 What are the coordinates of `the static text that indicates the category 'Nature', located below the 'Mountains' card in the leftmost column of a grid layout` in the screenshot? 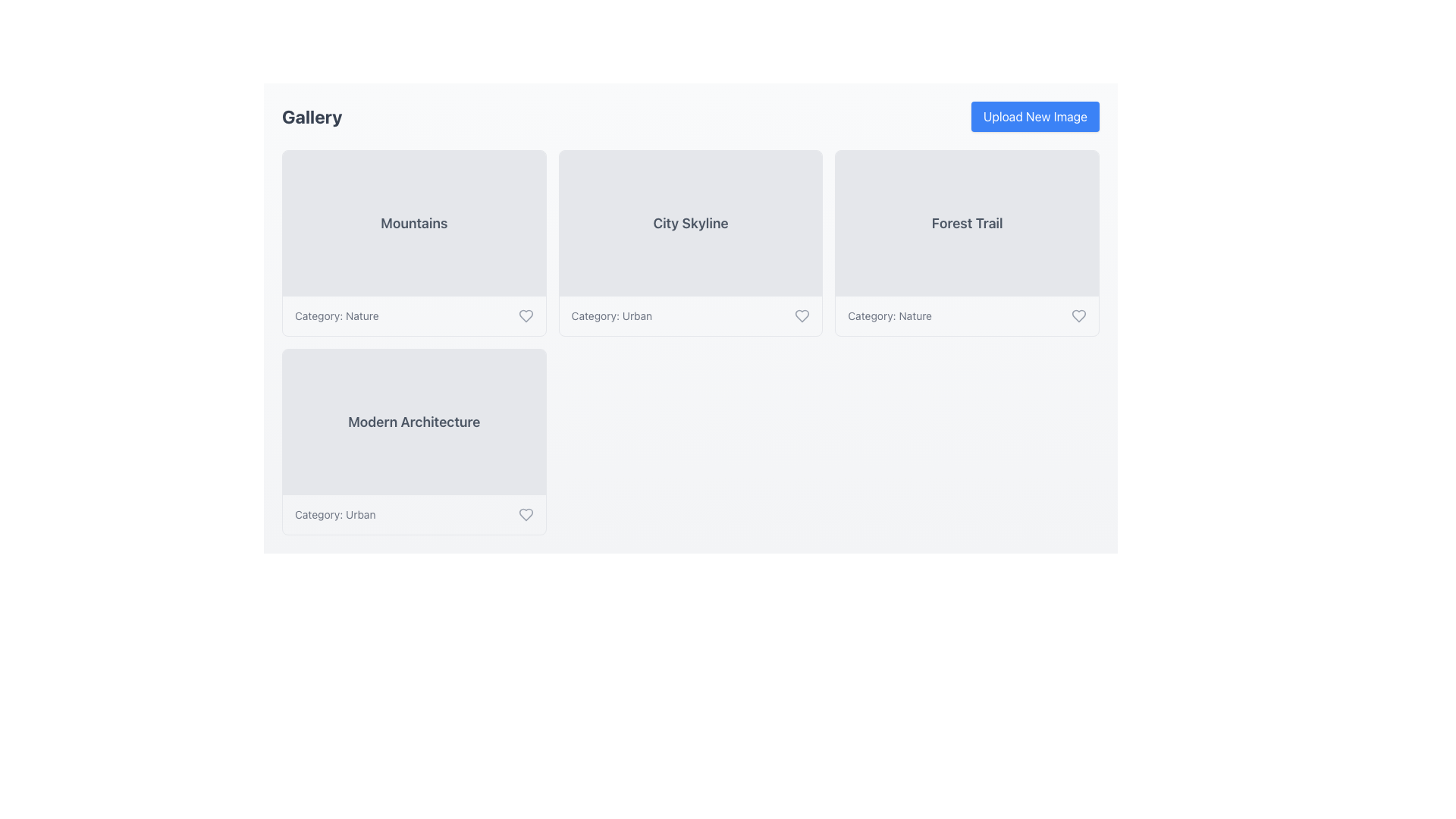 It's located at (336, 315).